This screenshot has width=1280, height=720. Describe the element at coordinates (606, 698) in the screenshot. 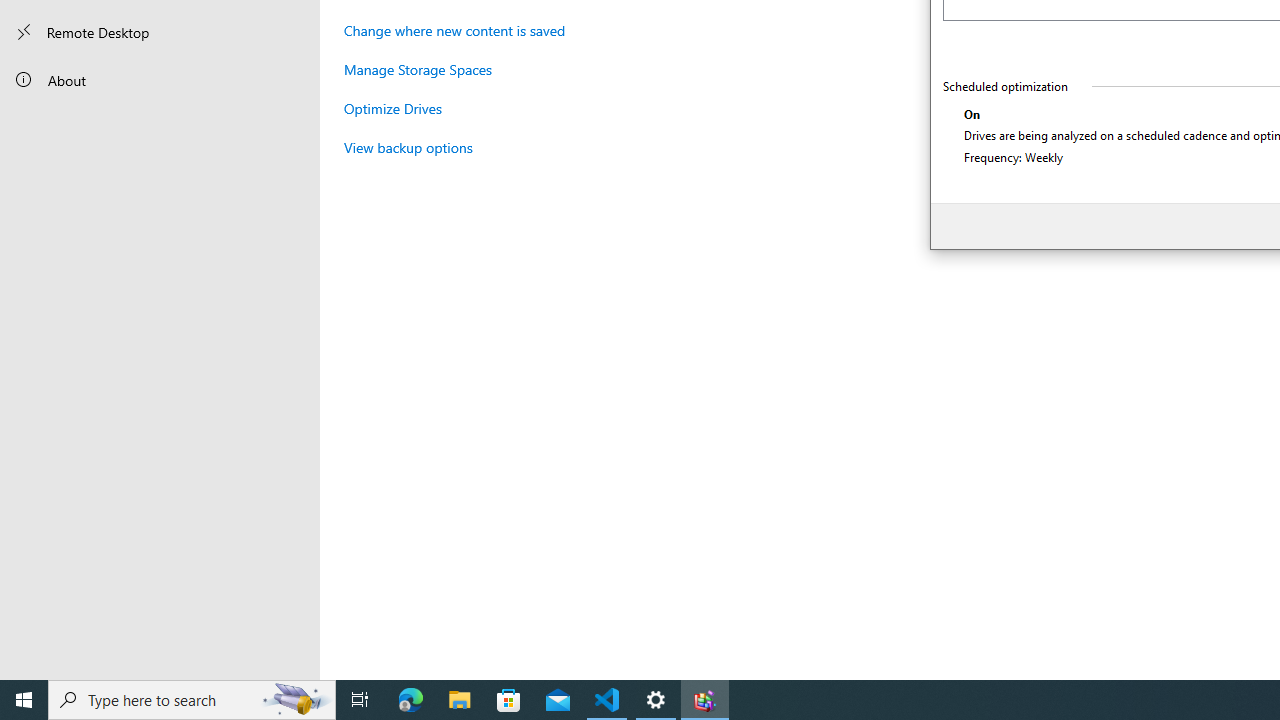

I see `'Visual Studio Code - 1 running window'` at that location.